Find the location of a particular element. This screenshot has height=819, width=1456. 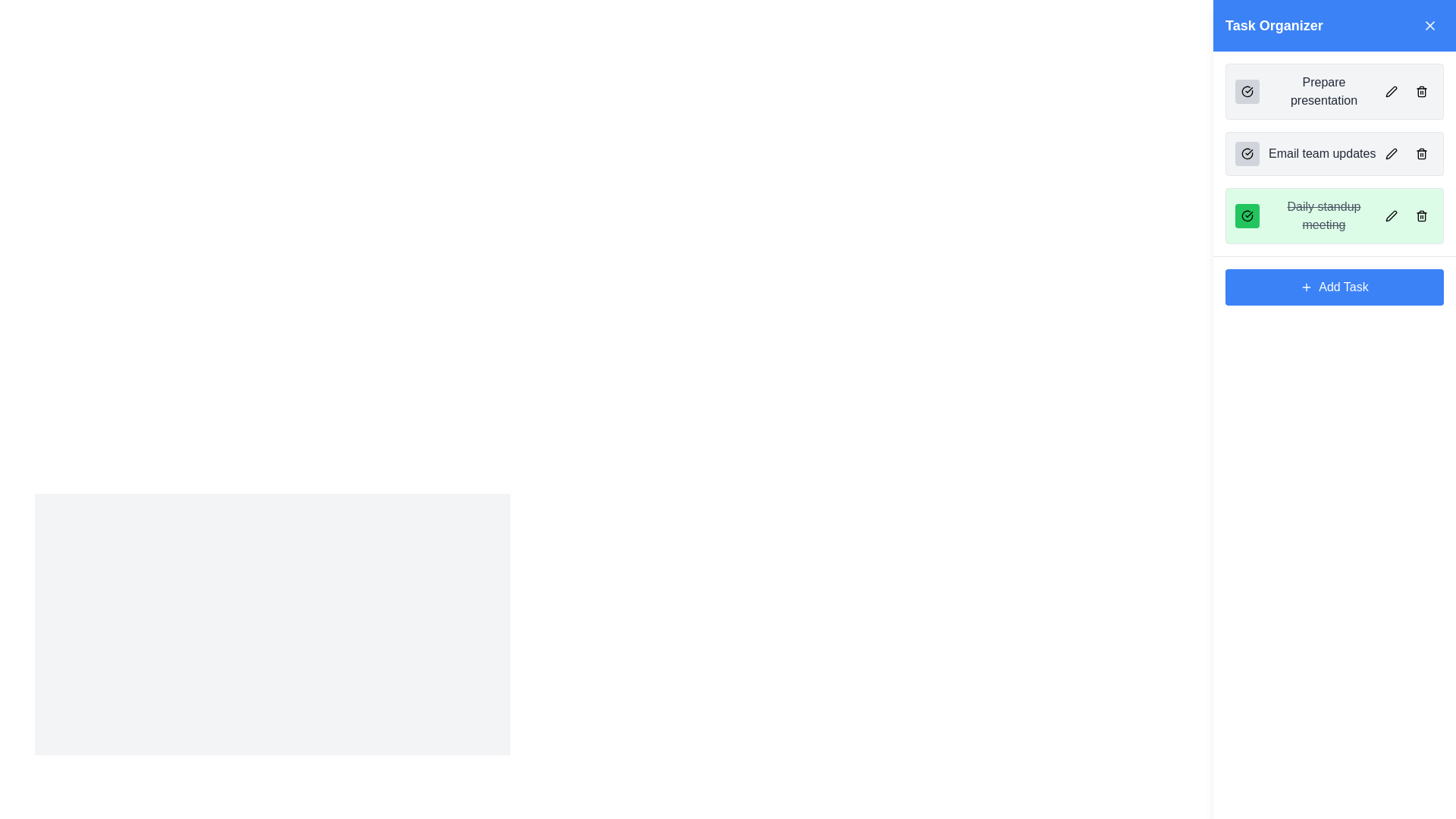

the circular checkmark icon associated with the 'Email team updates' task in the 'Task Organizer' panel is located at coordinates (1247, 154).